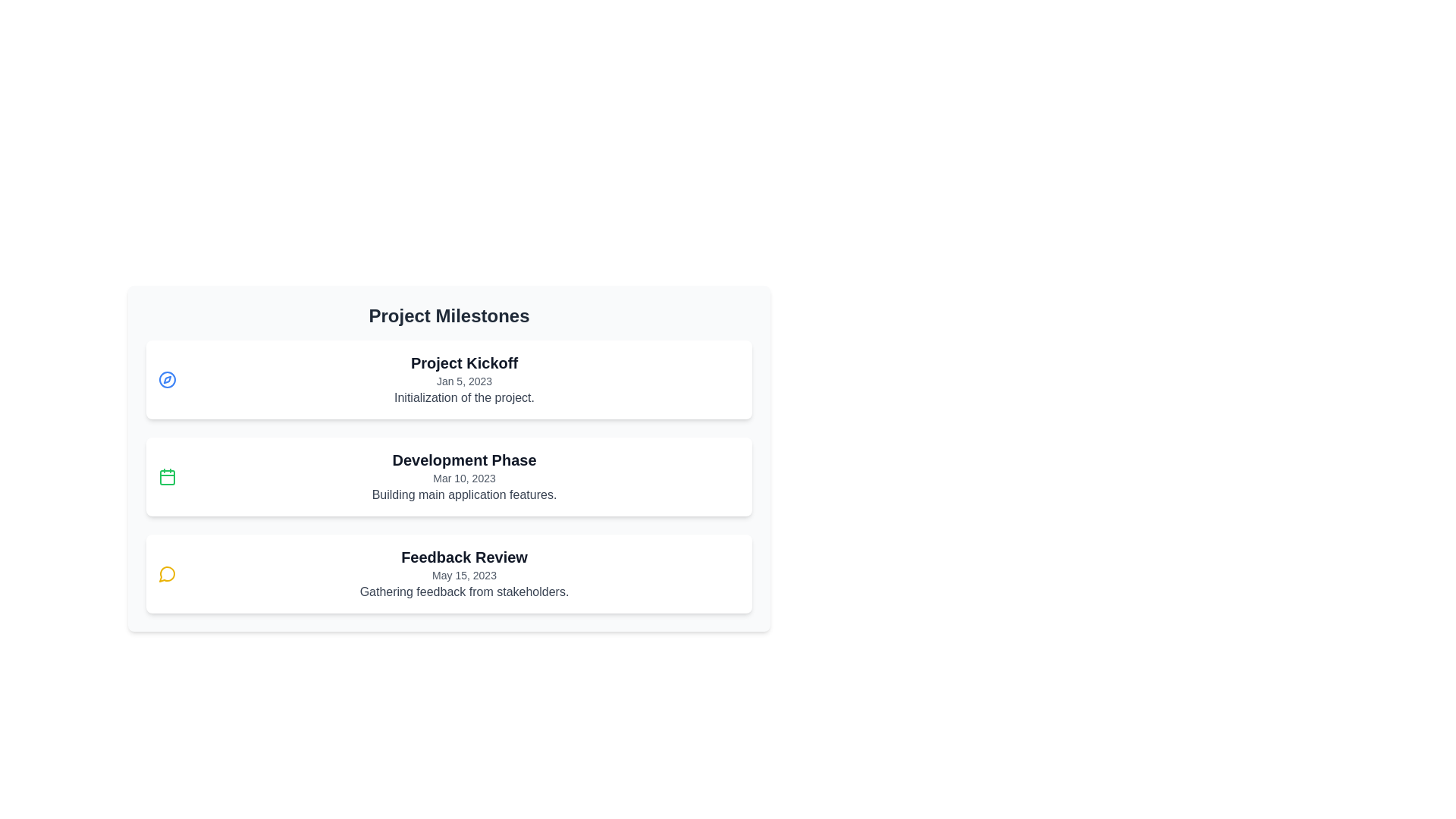  Describe the element at coordinates (448, 475) in the screenshot. I see `the 'Development Phase' informational card, which displays details about the milestone including a title, date, and description, positioned centrally in the sequence of project milestones` at that location.